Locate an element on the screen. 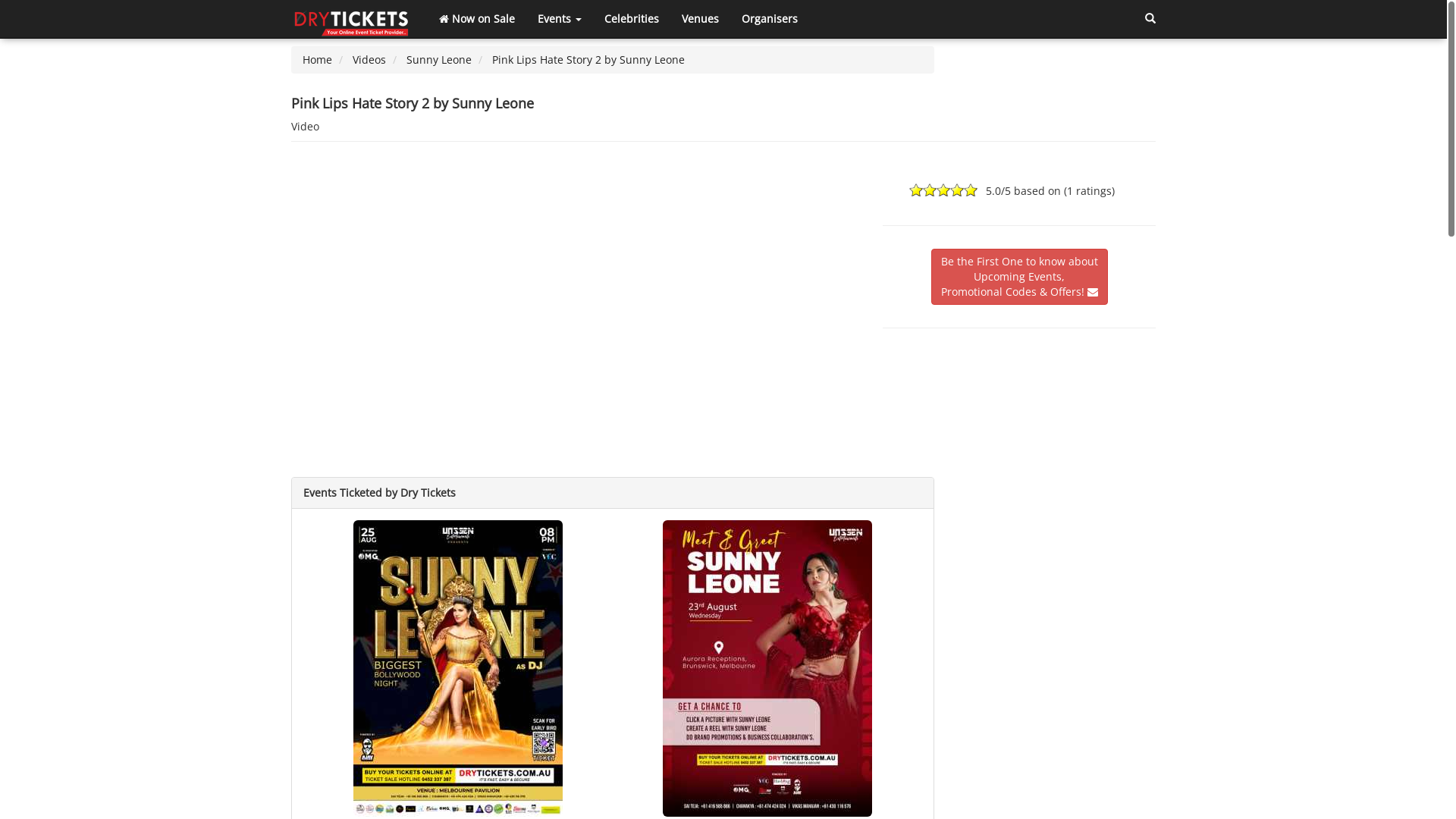 The height and width of the screenshot is (819, 1456). 'Venues' is located at coordinates (669, 18).